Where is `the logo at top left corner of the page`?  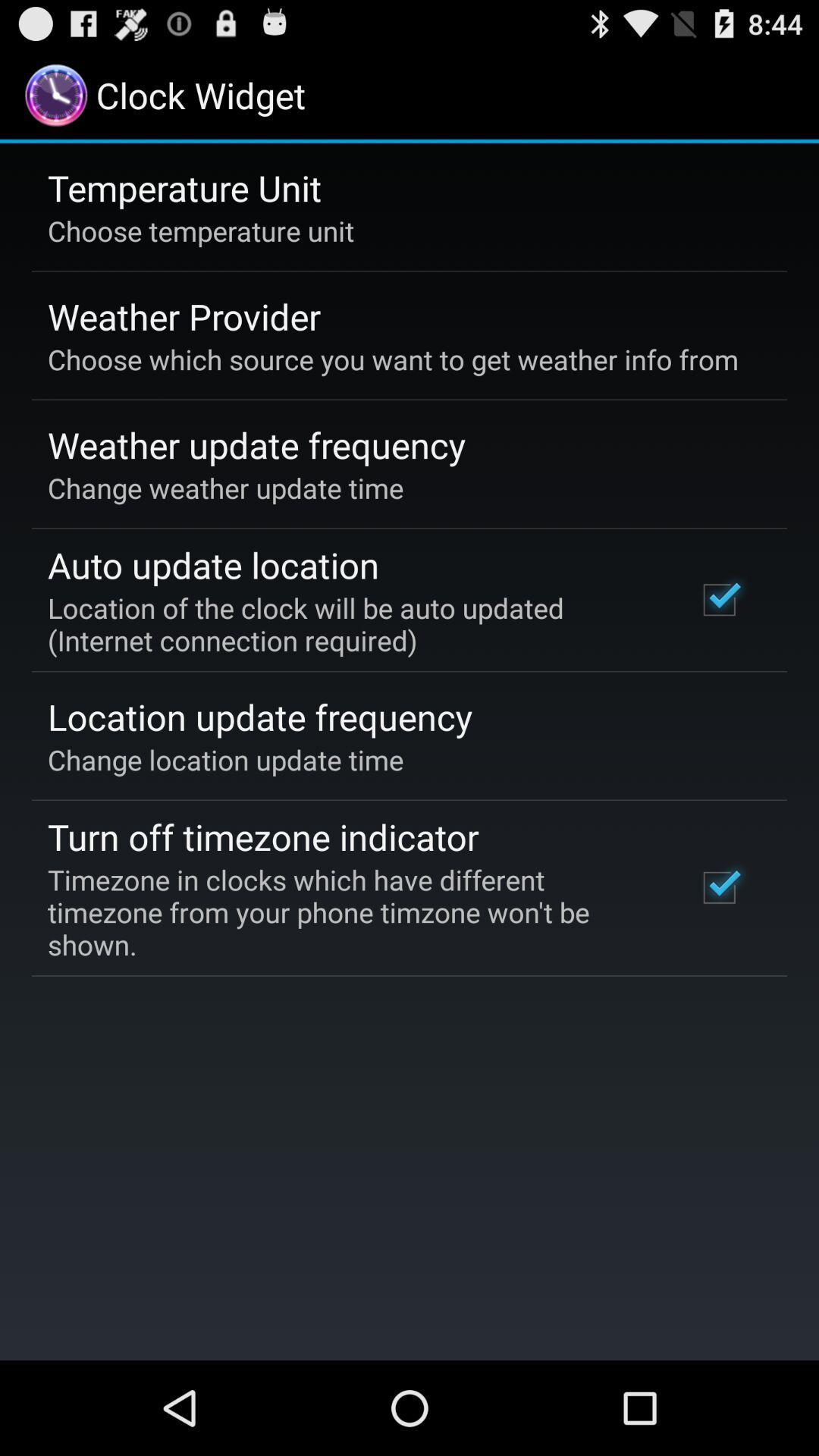
the logo at top left corner of the page is located at coordinates (55, 94).